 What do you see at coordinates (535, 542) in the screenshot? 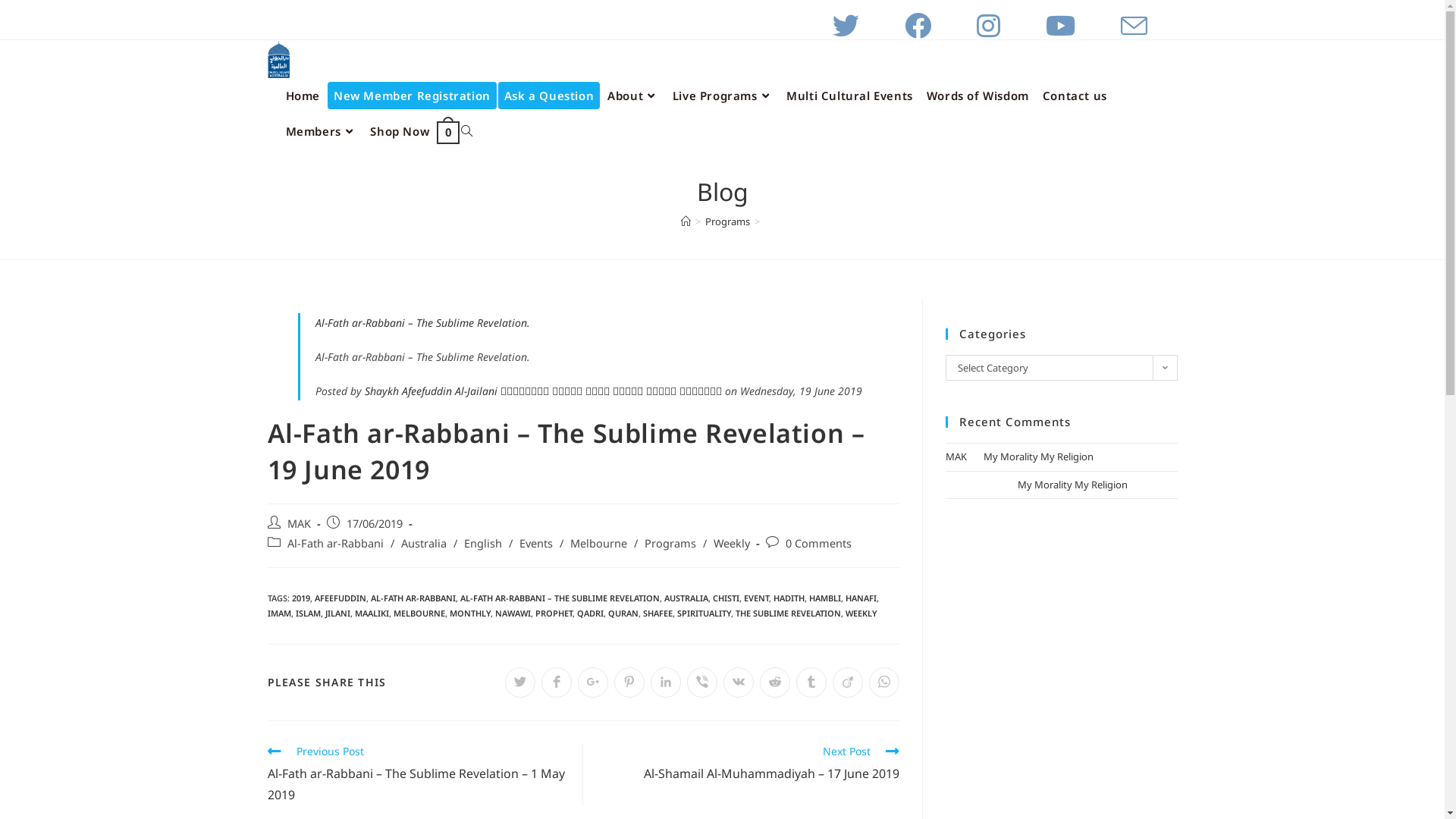
I see `'Events'` at bounding box center [535, 542].